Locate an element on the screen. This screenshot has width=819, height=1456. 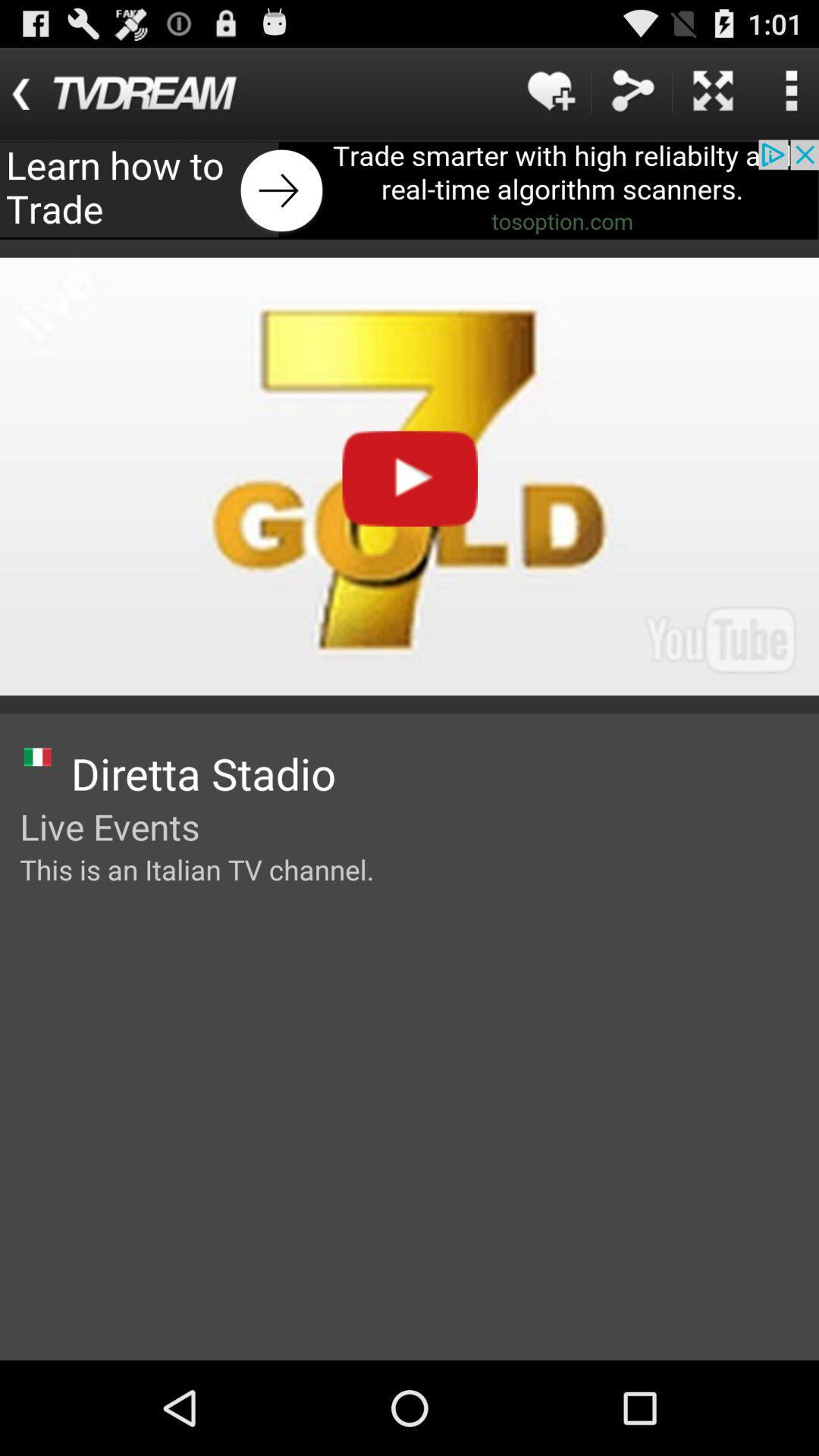
rotate button is located at coordinates (713, 89).